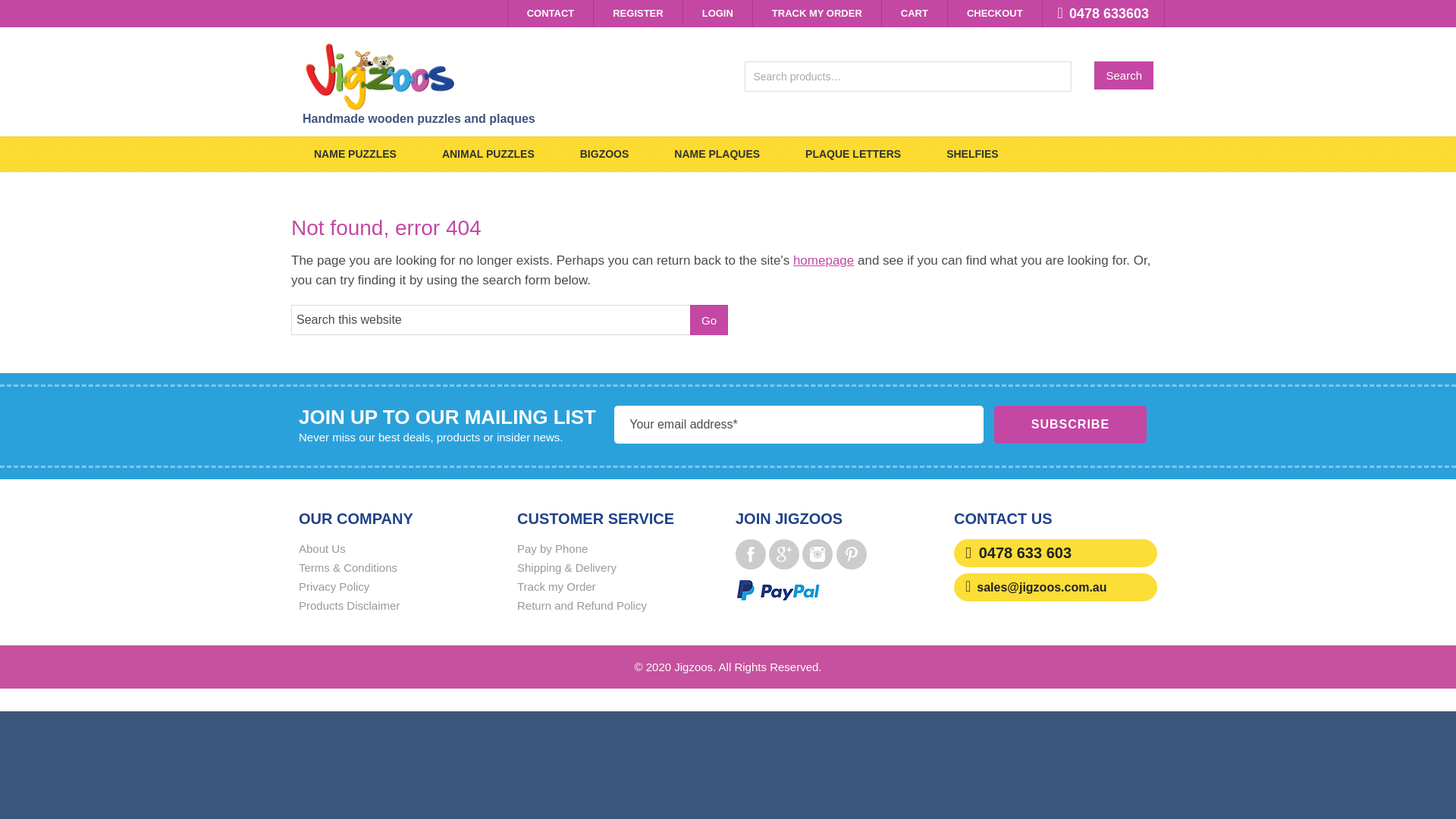 The image size is (1456, 819). Describe the element at coordinates (1124, 75) in the screenshot. I see `'Search'` at that location.